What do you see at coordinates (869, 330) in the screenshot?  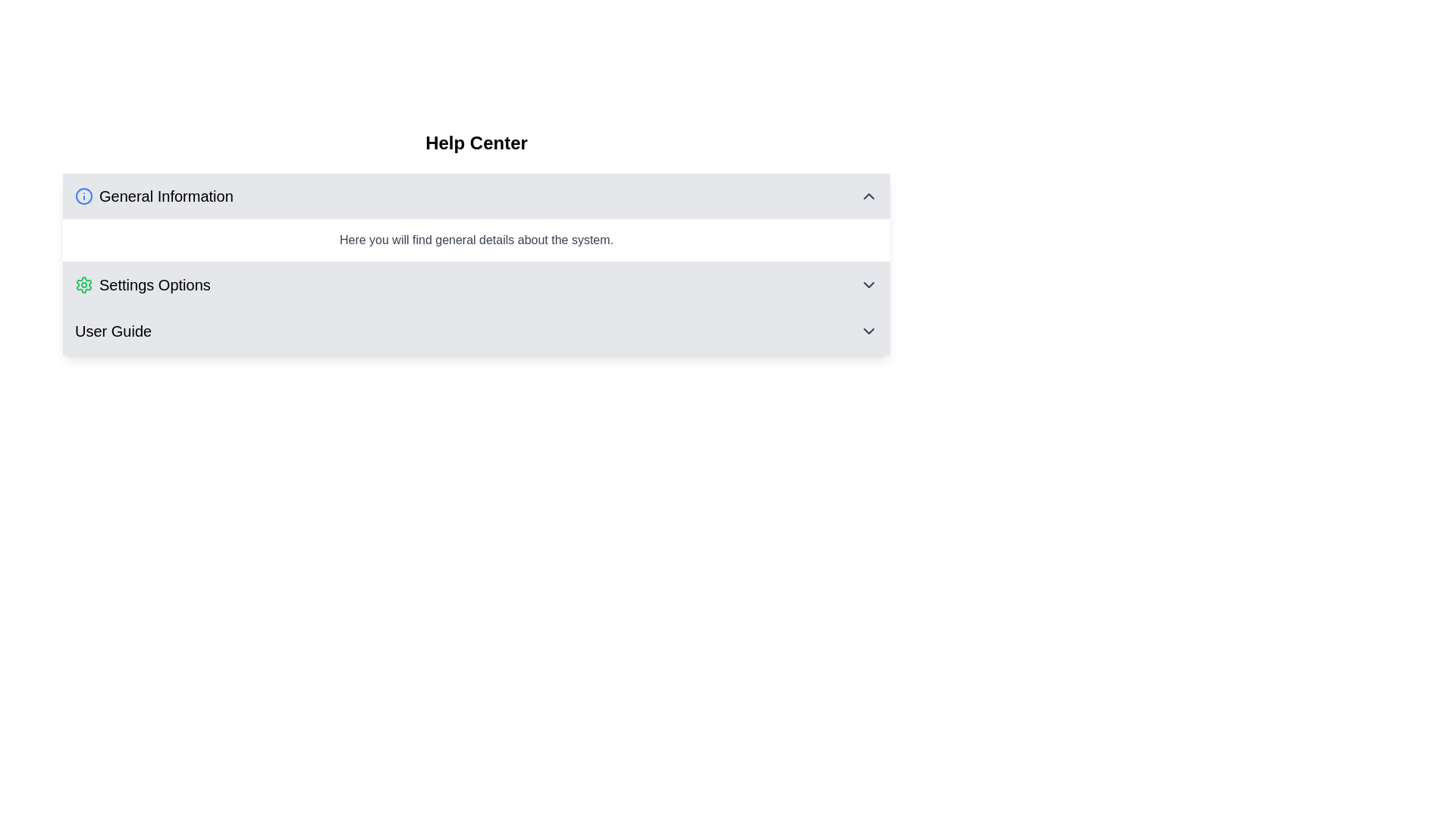 I see `the chevron-down icon located on the far right side of the 'User Guide' section` at bounding box center [869, 330].